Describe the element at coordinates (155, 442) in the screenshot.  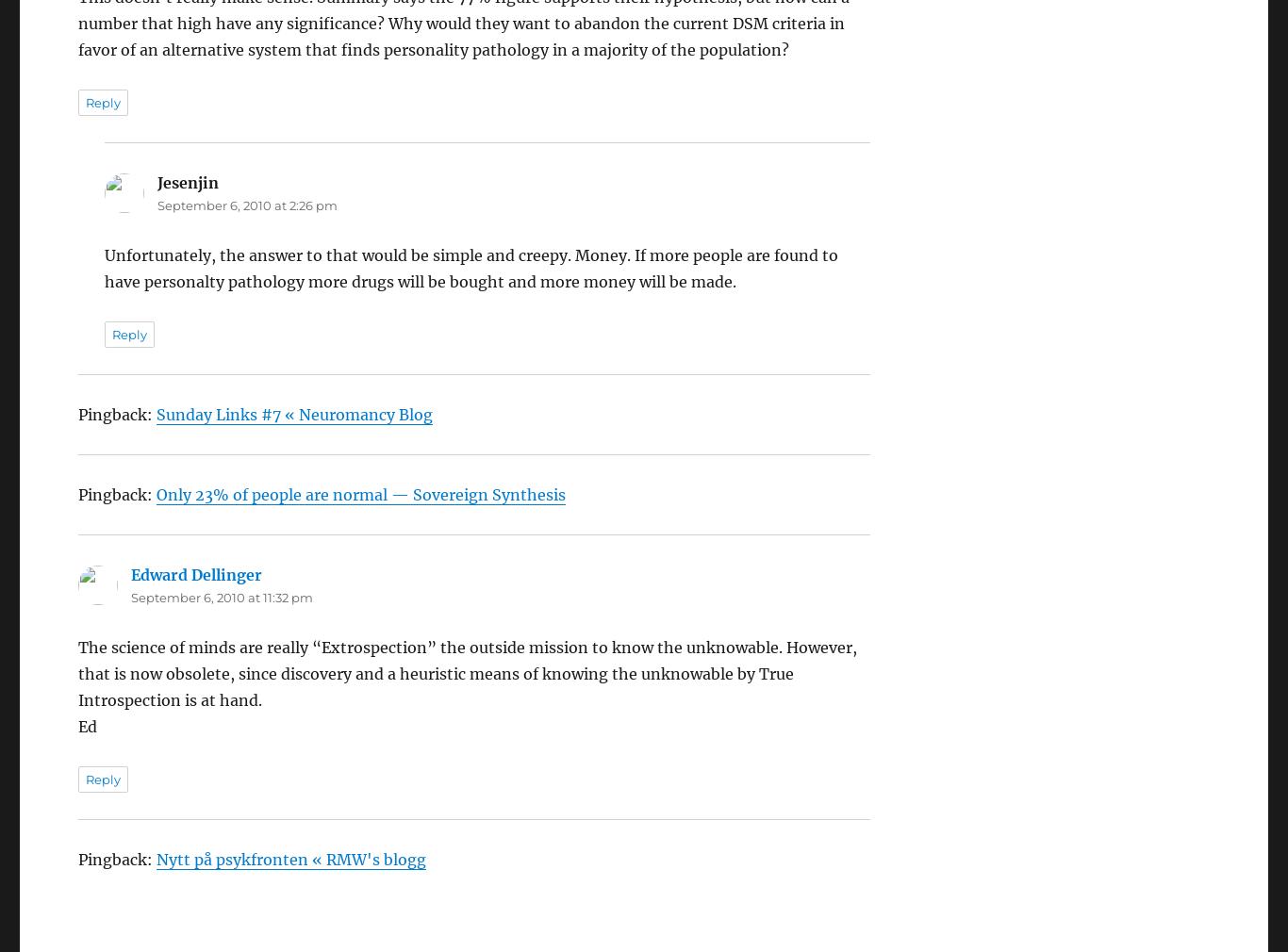
I see `'Only 23% of people are normal — Sovereign Synthesis'` at that location.